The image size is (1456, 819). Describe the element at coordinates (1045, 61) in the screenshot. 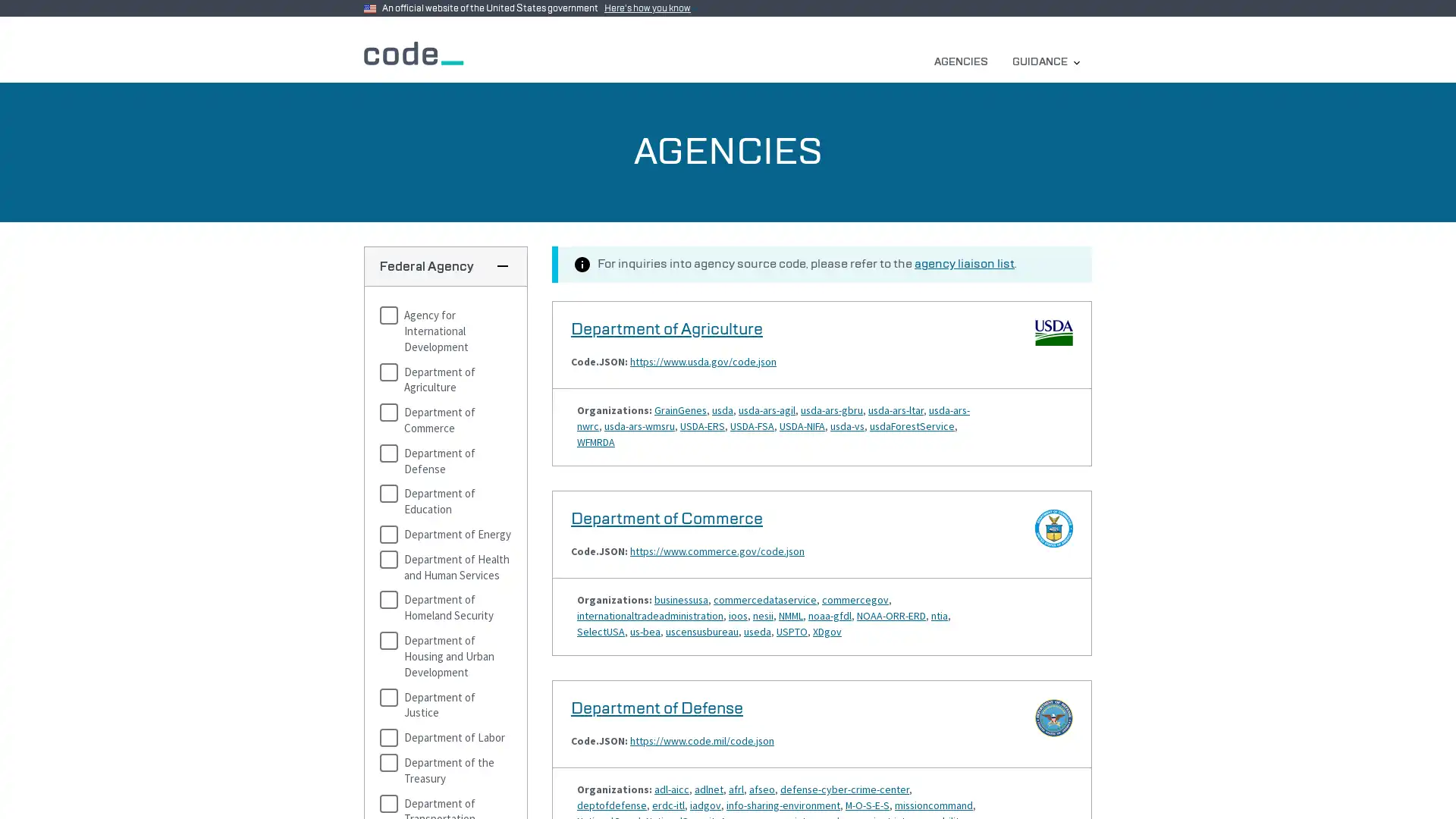

I see `GUIDANCE` at that location.